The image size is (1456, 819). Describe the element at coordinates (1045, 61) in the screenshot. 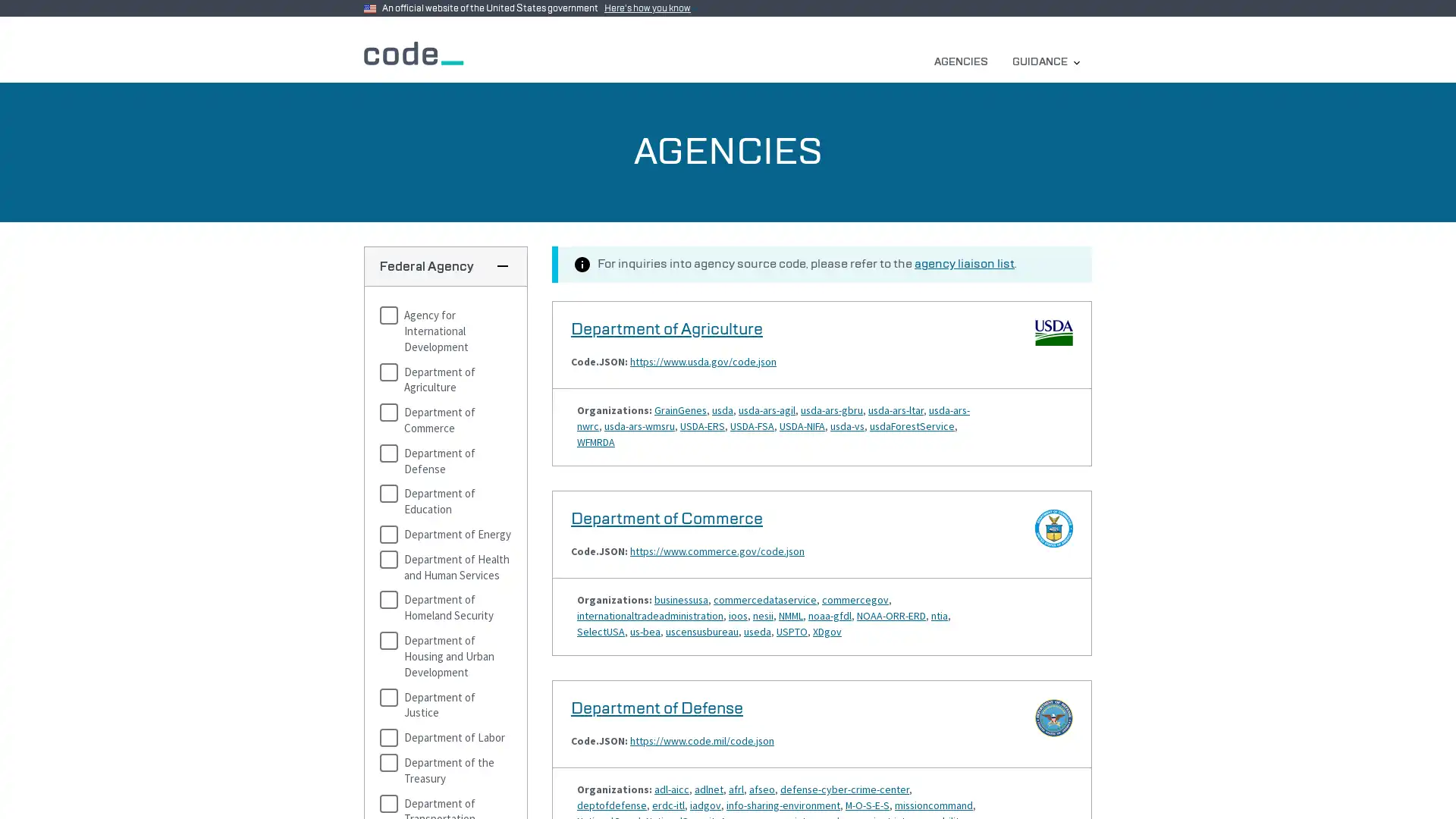

I see `GUIDANCE` at that location.